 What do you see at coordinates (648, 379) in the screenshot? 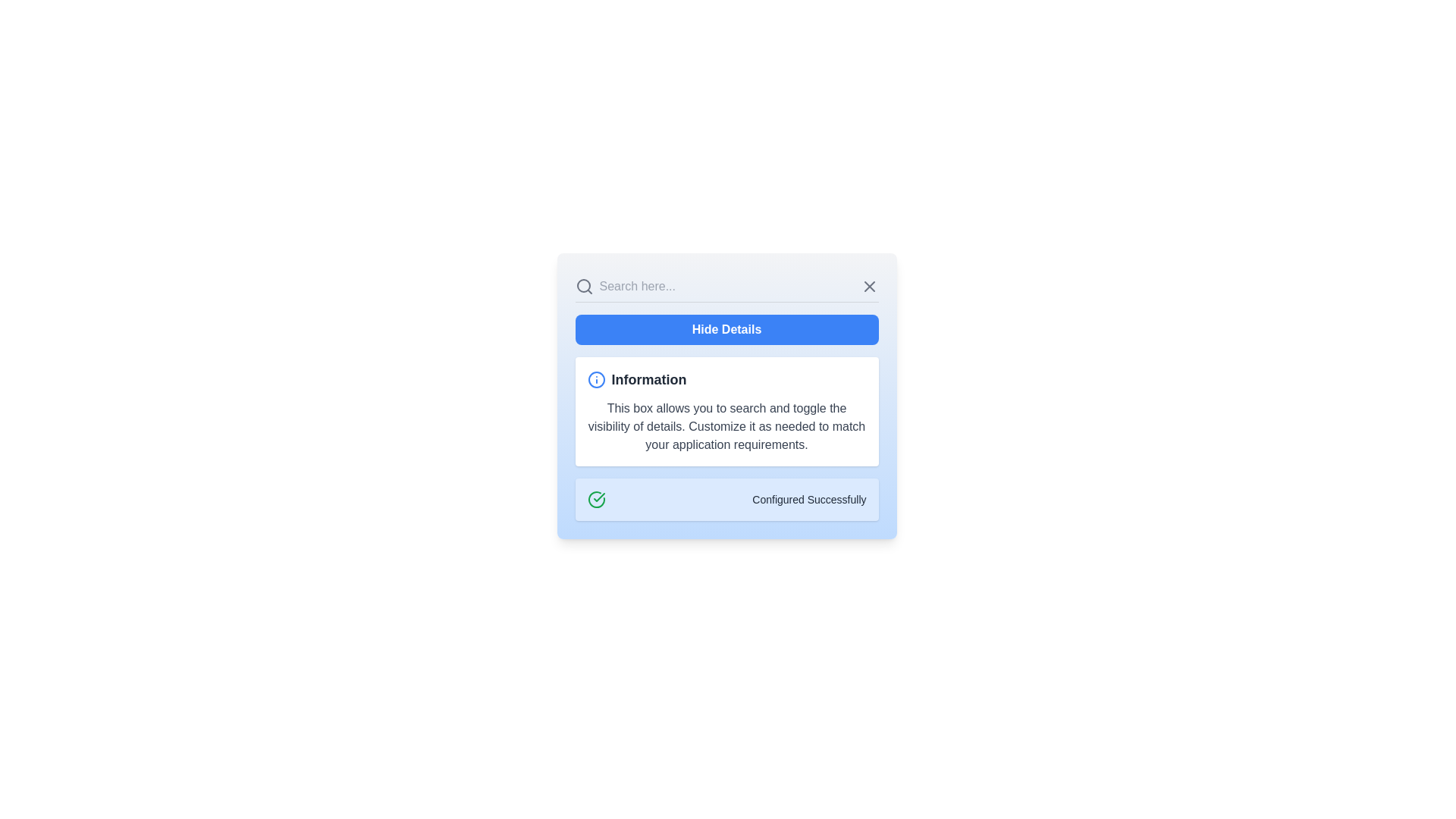
I see `the text label displaying 'Information', which is styled in bold dark gray and is positioned to the right of a blue circular 'info' icon` at bounding box center [648, 379].